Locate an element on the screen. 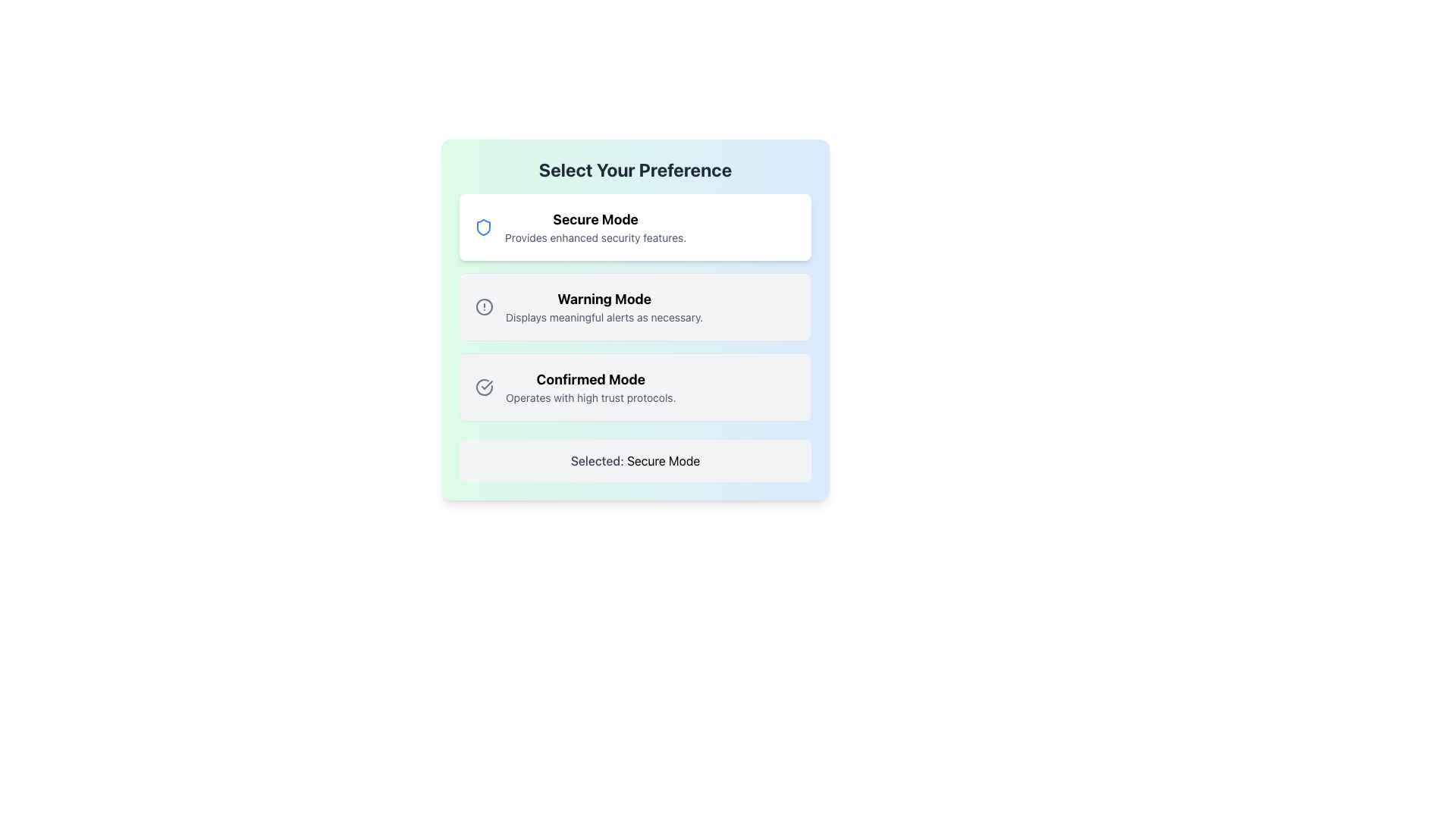 The height and width of the screenshot is (819, 1456). the heading text element that serves as the title or heading for the UI panel, located at the top of the gradient-background block is located at coordinates (635, 169).